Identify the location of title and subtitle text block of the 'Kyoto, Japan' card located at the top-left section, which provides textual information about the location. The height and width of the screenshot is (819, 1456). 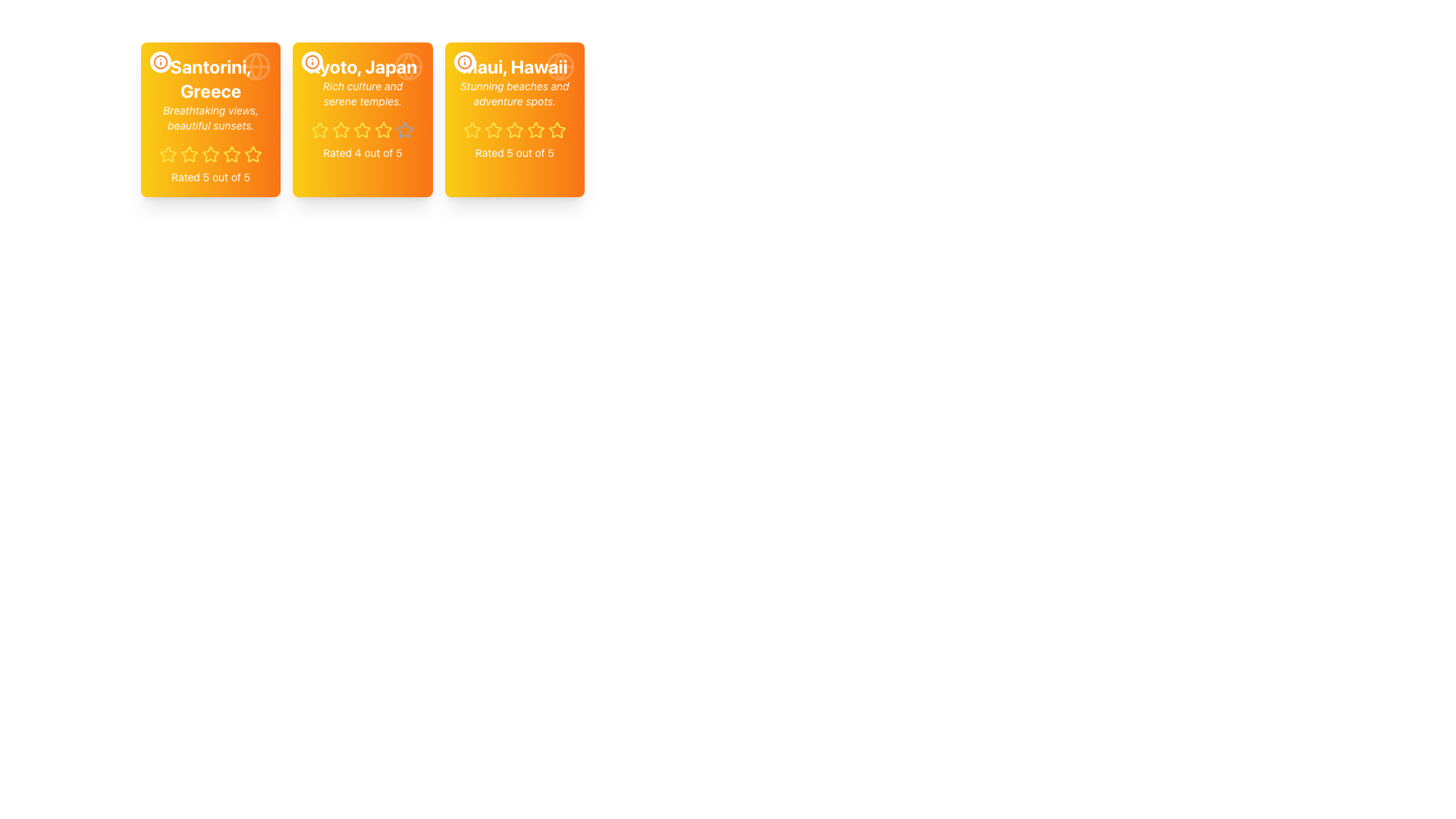
(362, 82).